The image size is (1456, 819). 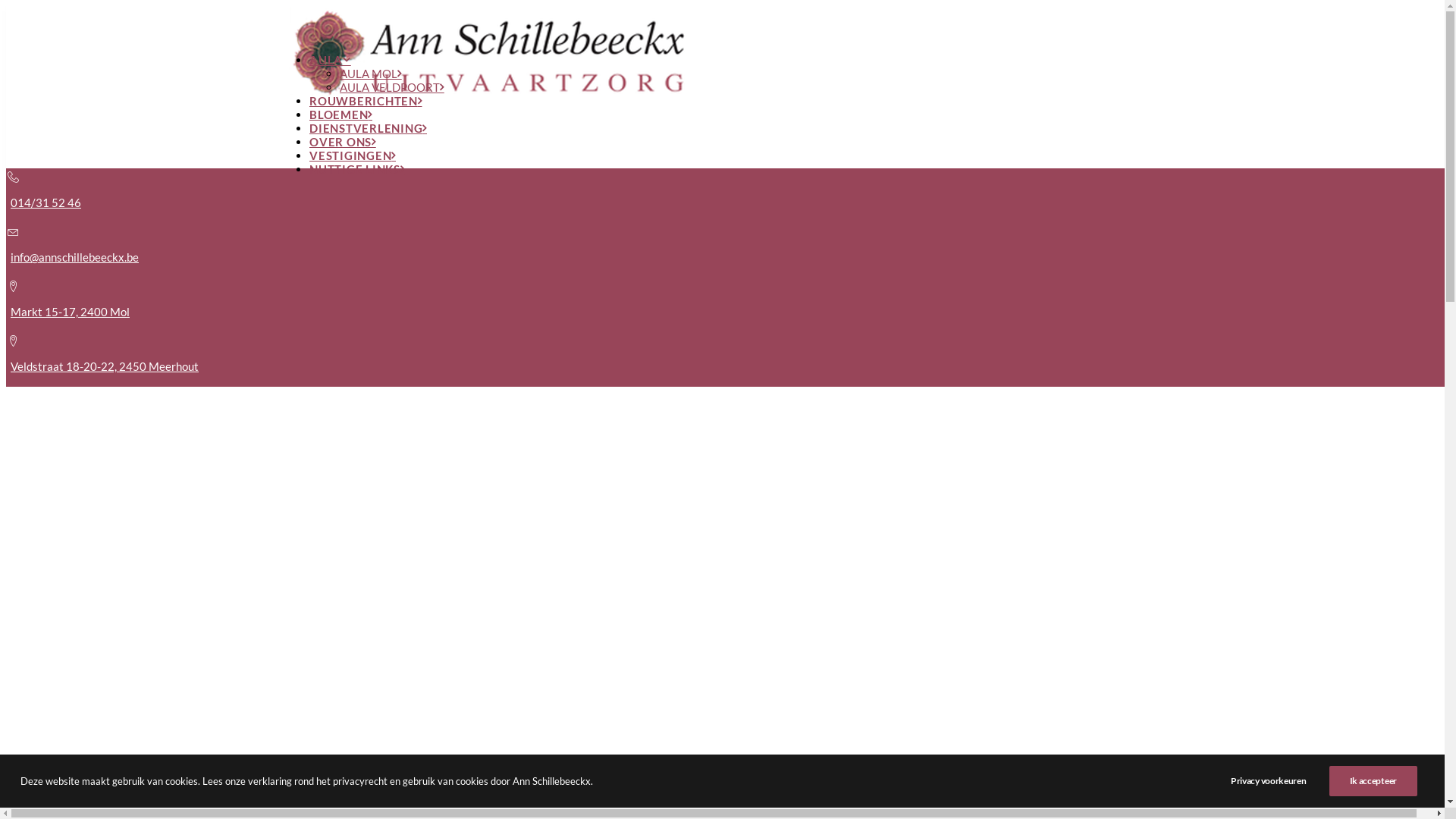 I want to click on 'NUTTIGE LINKS', so click(x=309, y=169).